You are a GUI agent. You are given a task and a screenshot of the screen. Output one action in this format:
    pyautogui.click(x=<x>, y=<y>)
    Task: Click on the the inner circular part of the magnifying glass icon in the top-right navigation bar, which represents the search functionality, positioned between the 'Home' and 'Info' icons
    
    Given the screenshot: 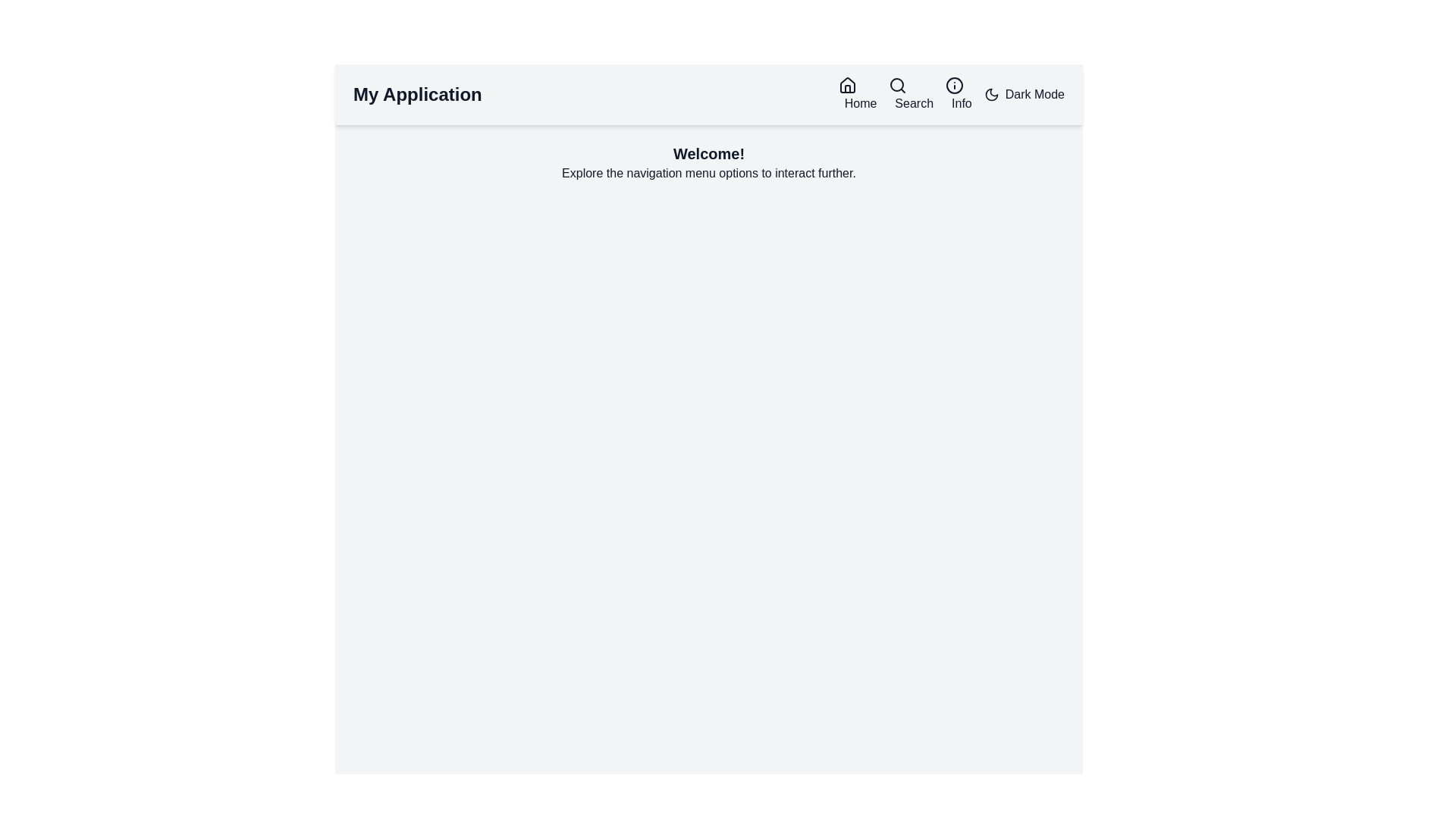 What is the action you would take?
    pyautogui.click(x=897, y=84)
    